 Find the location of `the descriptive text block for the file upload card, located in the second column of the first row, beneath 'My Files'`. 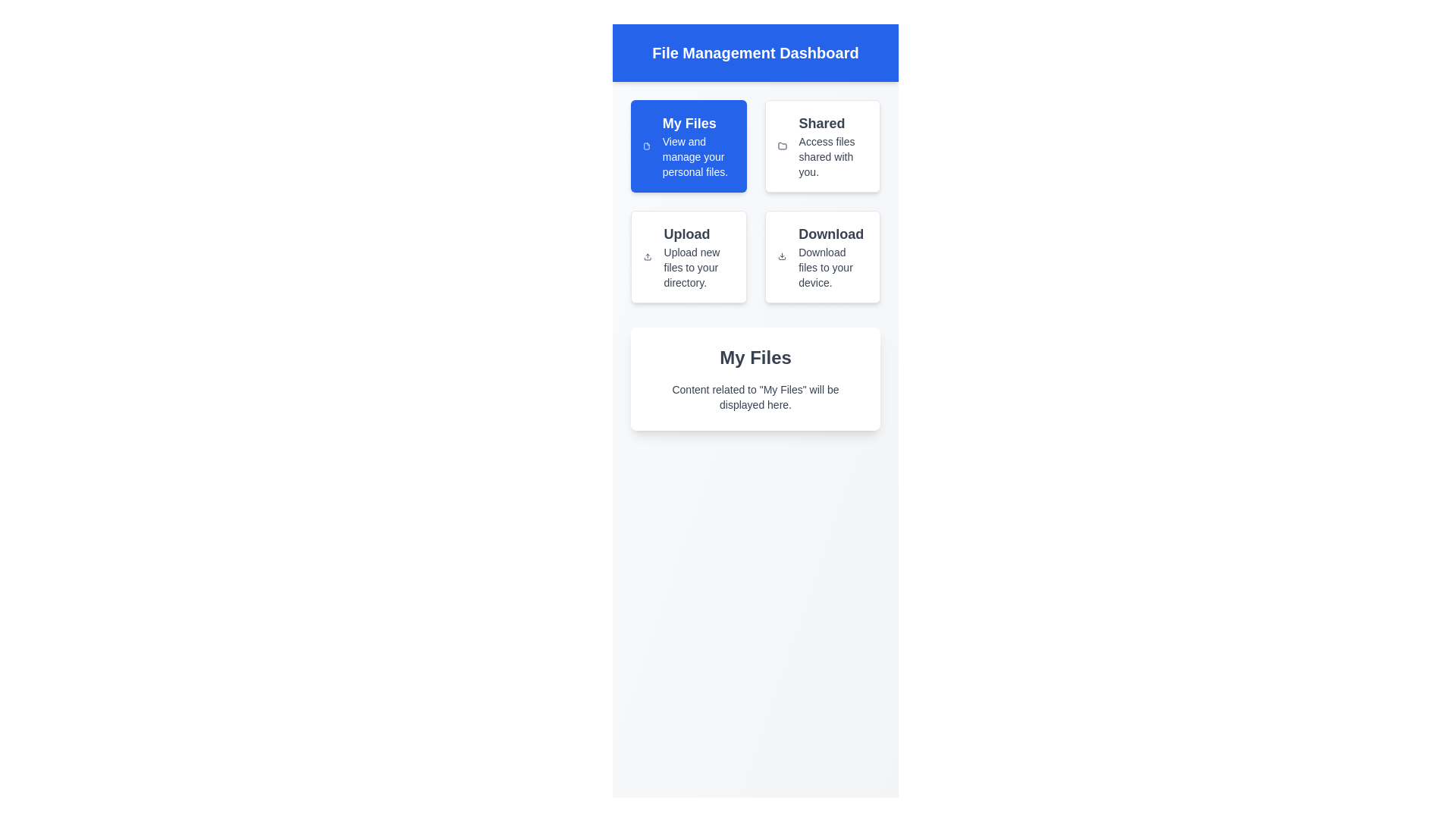

the descriptive text block for the file upload card, located in the second column of the first row, beneath 'My Files' is located at coordinates (698, 256).